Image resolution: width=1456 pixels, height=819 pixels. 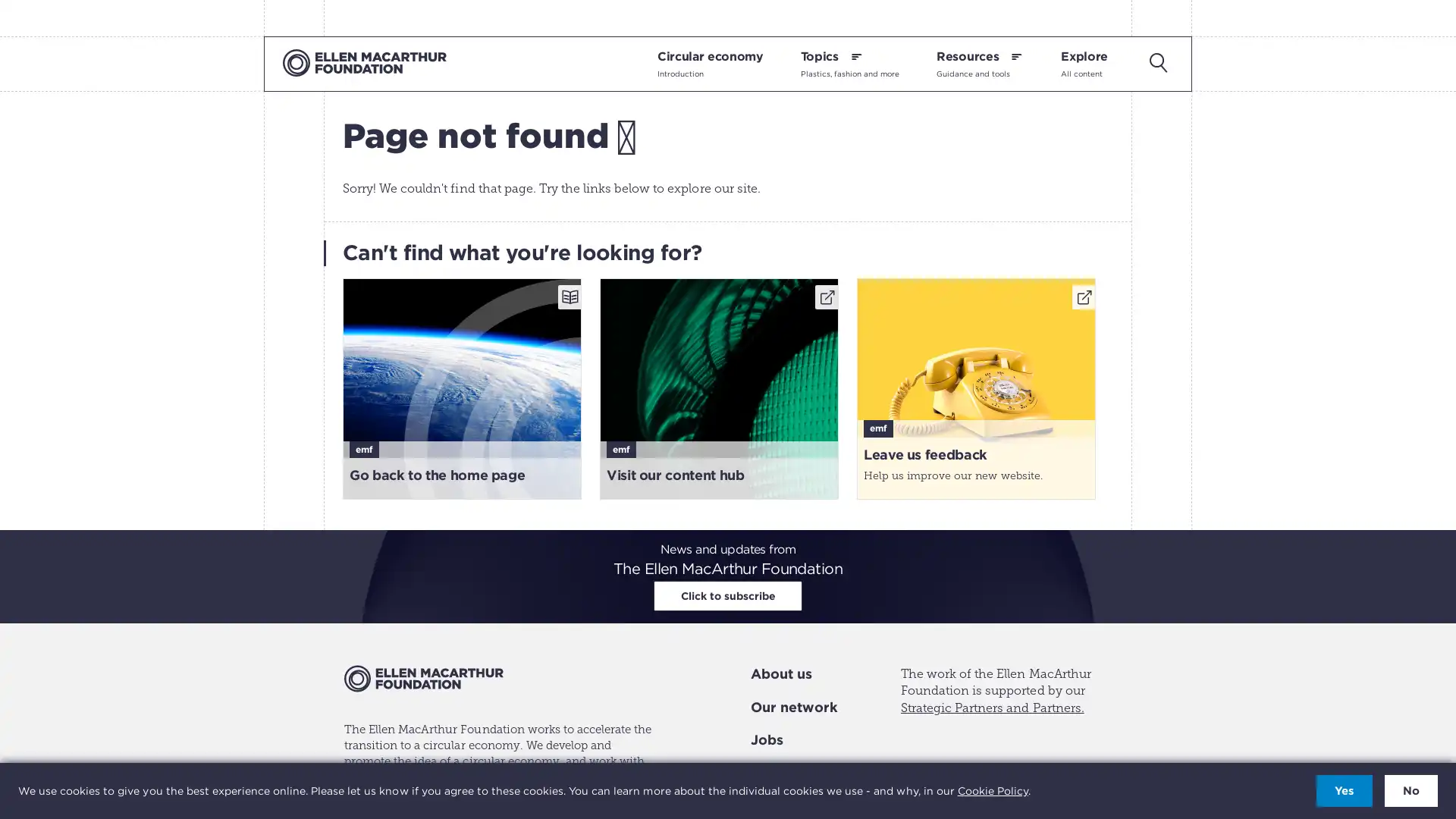 What do you see at coordinates (1410, 789) in the screenshot?
I see `Decline cookies` at bounding box center [1410, 789].